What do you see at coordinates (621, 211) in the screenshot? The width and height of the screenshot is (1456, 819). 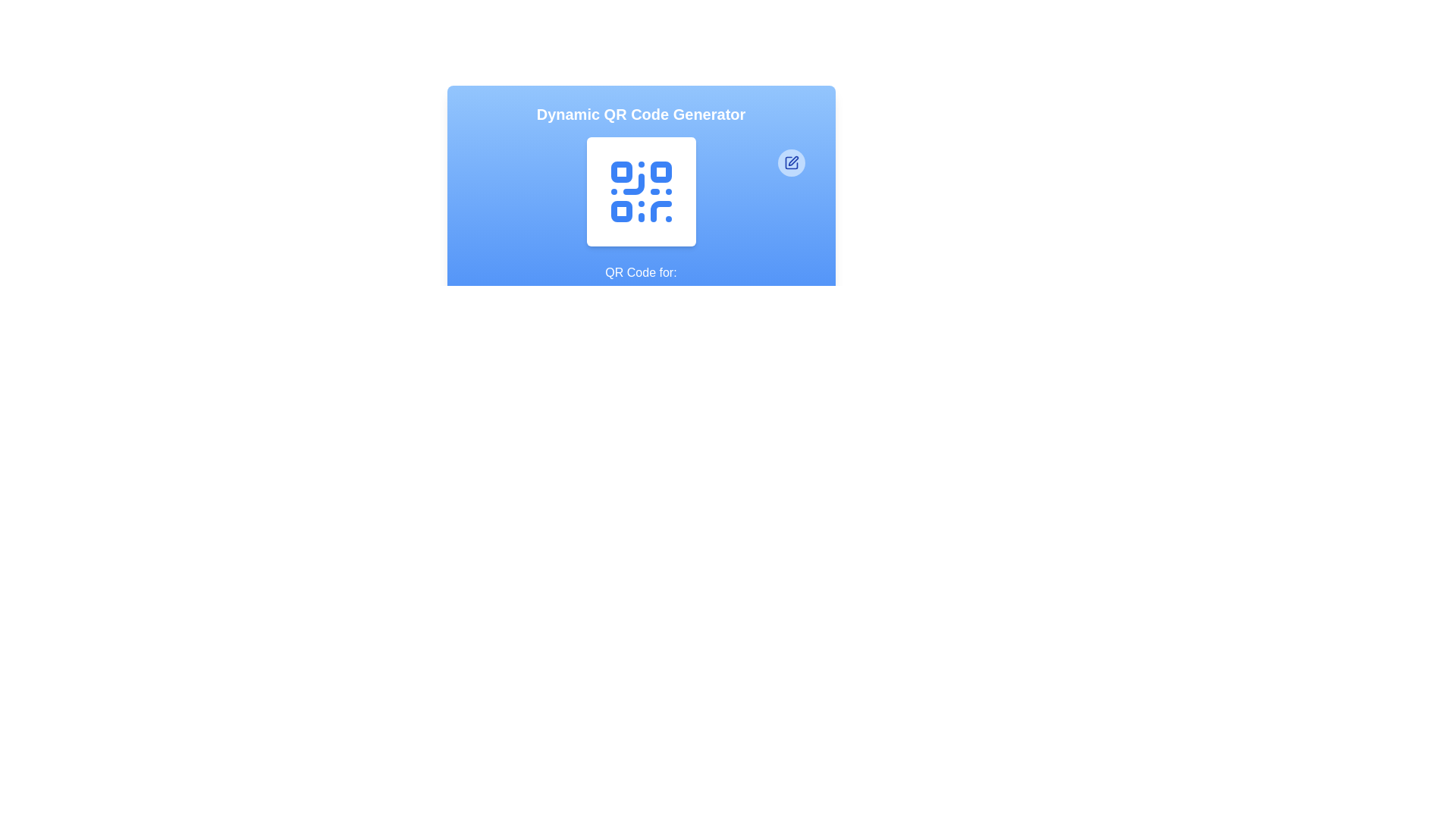 I see `the small blue square with rounded corners located in the bottom-left section of the QR code graphic within the blue panel labeled 'Dynamic QR Code Generator'` at bounding box center [621, 211].